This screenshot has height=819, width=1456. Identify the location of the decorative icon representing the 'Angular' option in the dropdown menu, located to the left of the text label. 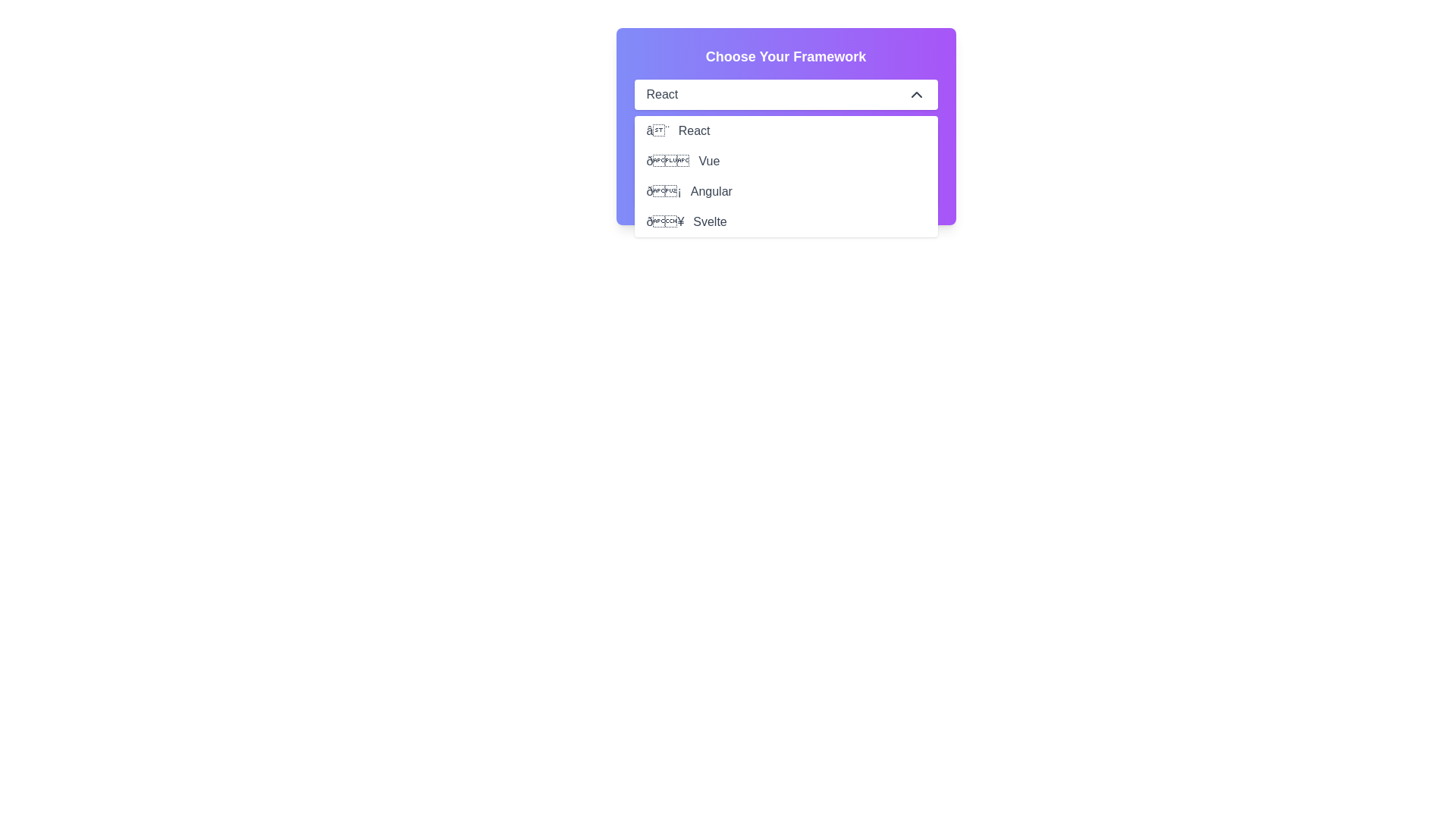
(664, 191).